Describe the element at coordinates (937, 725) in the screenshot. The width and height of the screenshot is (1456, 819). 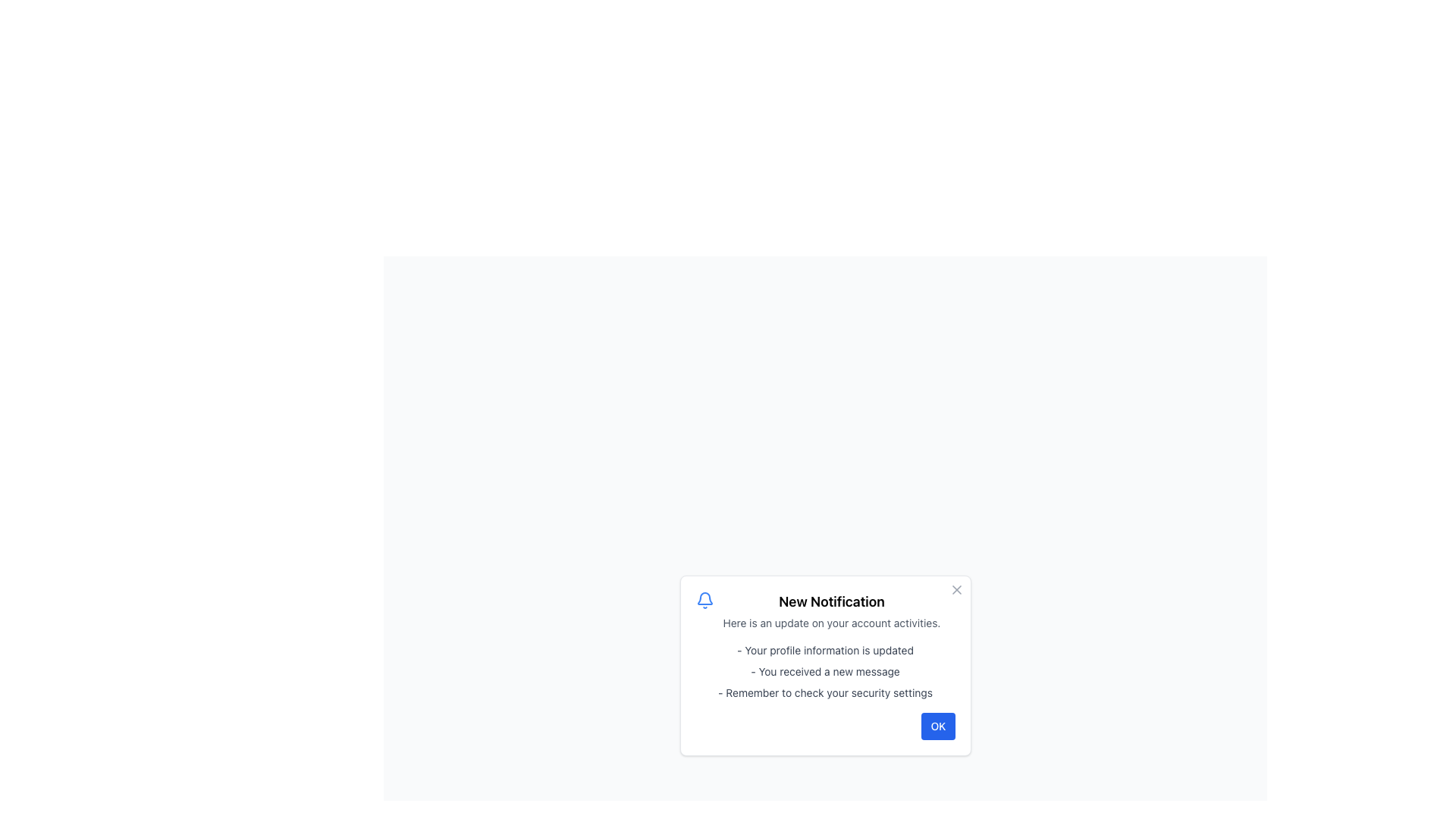
I see `the confirmation button located in the bottom-right corner of the notification dialog` at that location.